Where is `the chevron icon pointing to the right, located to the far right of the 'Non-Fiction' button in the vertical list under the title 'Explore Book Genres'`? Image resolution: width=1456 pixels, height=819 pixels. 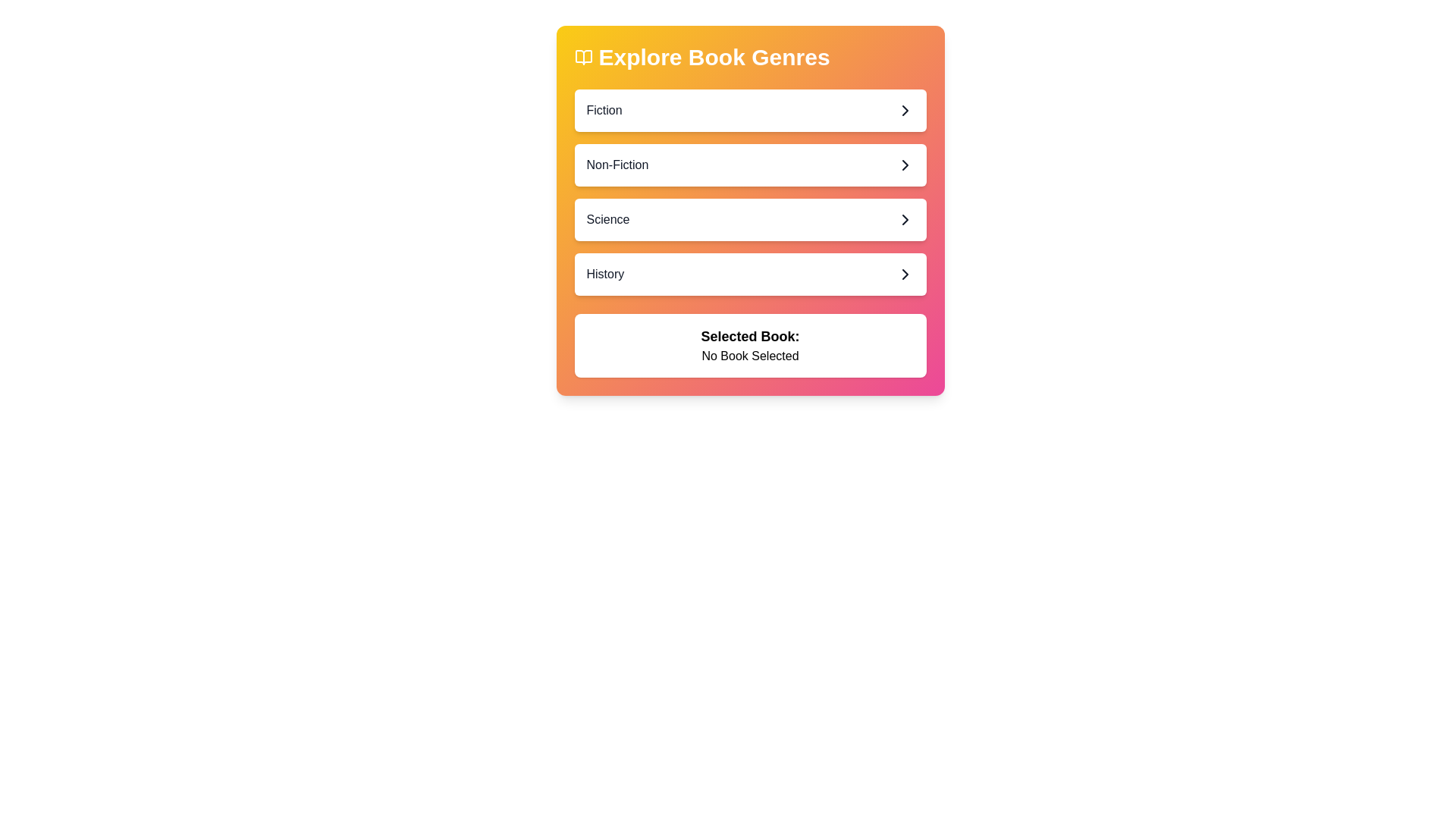 the chevron icon pointing to the right, located to the far right of the 'Non-Fiction' button in the vertical list under the title 'Explore Book Genres' is located at coordinates (905, 165).